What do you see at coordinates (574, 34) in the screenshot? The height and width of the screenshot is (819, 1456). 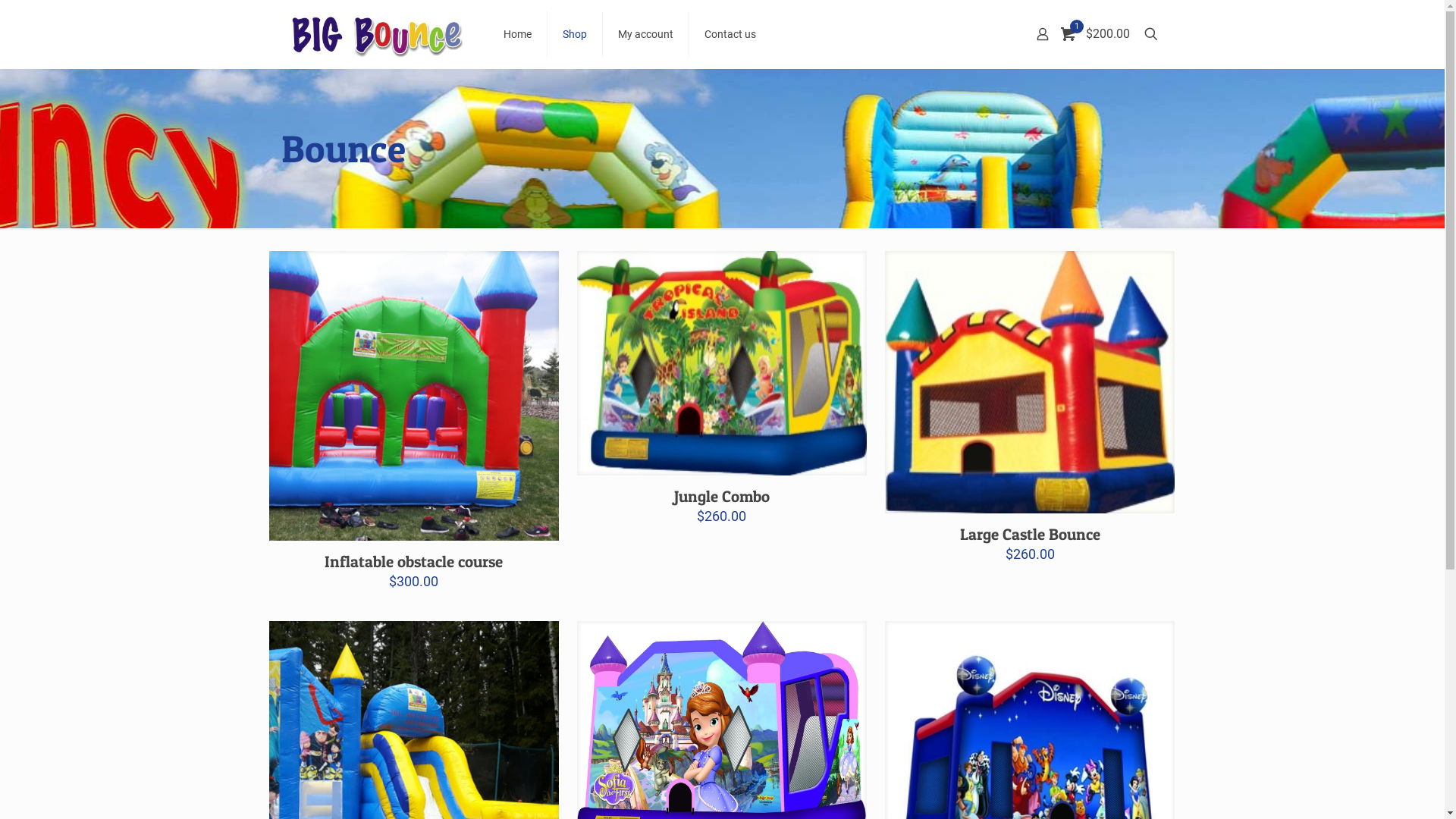 I see `'Shop'` at bounding box center [574, 34].